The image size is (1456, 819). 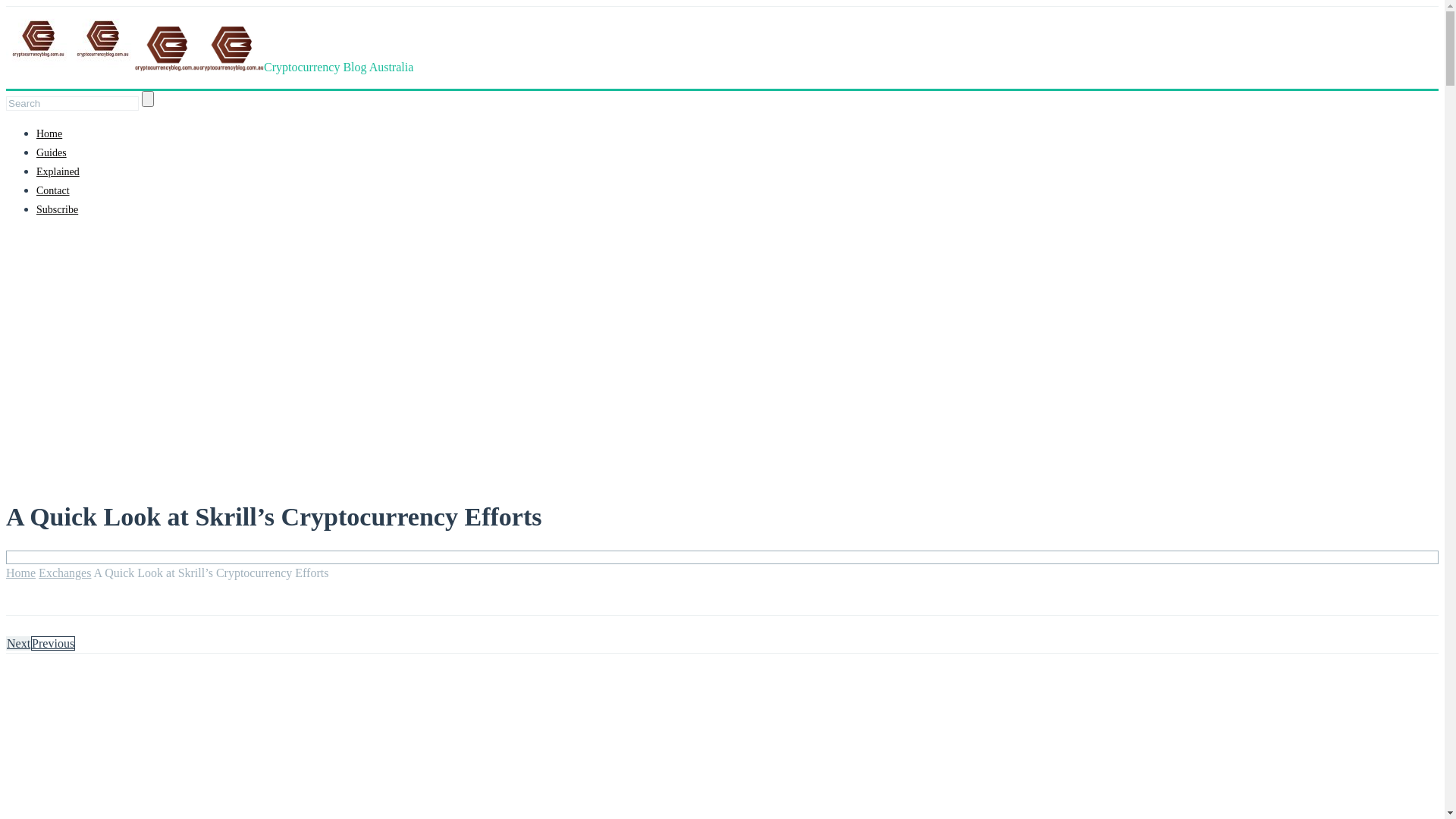 I want to click on 'Advertisement', so click(x=266, y=336).